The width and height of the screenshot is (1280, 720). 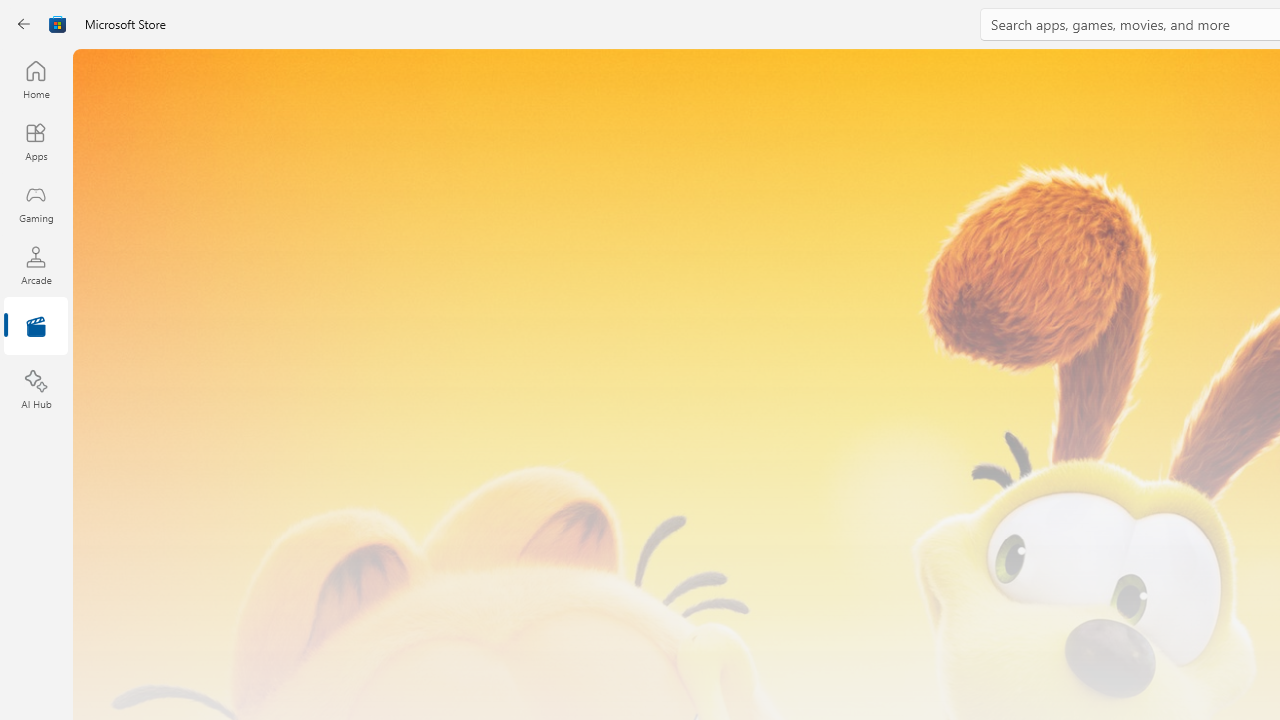 What do you see at coordinates (35, 264) in the screenshot?
I see `'Arcade'` at bounding box center [35, 264].